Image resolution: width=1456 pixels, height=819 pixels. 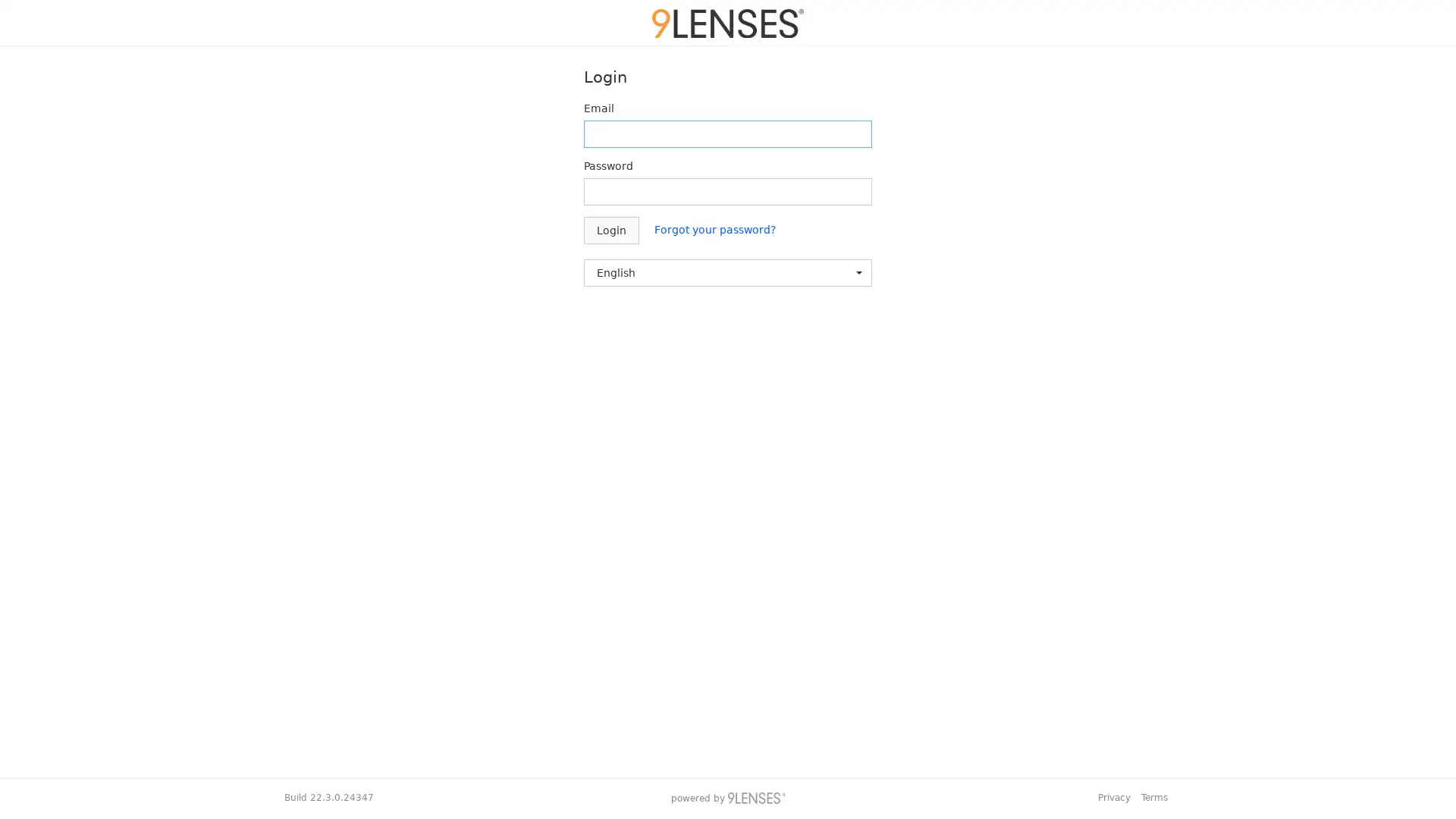 I want to click on English, so click(x=728, y=271).